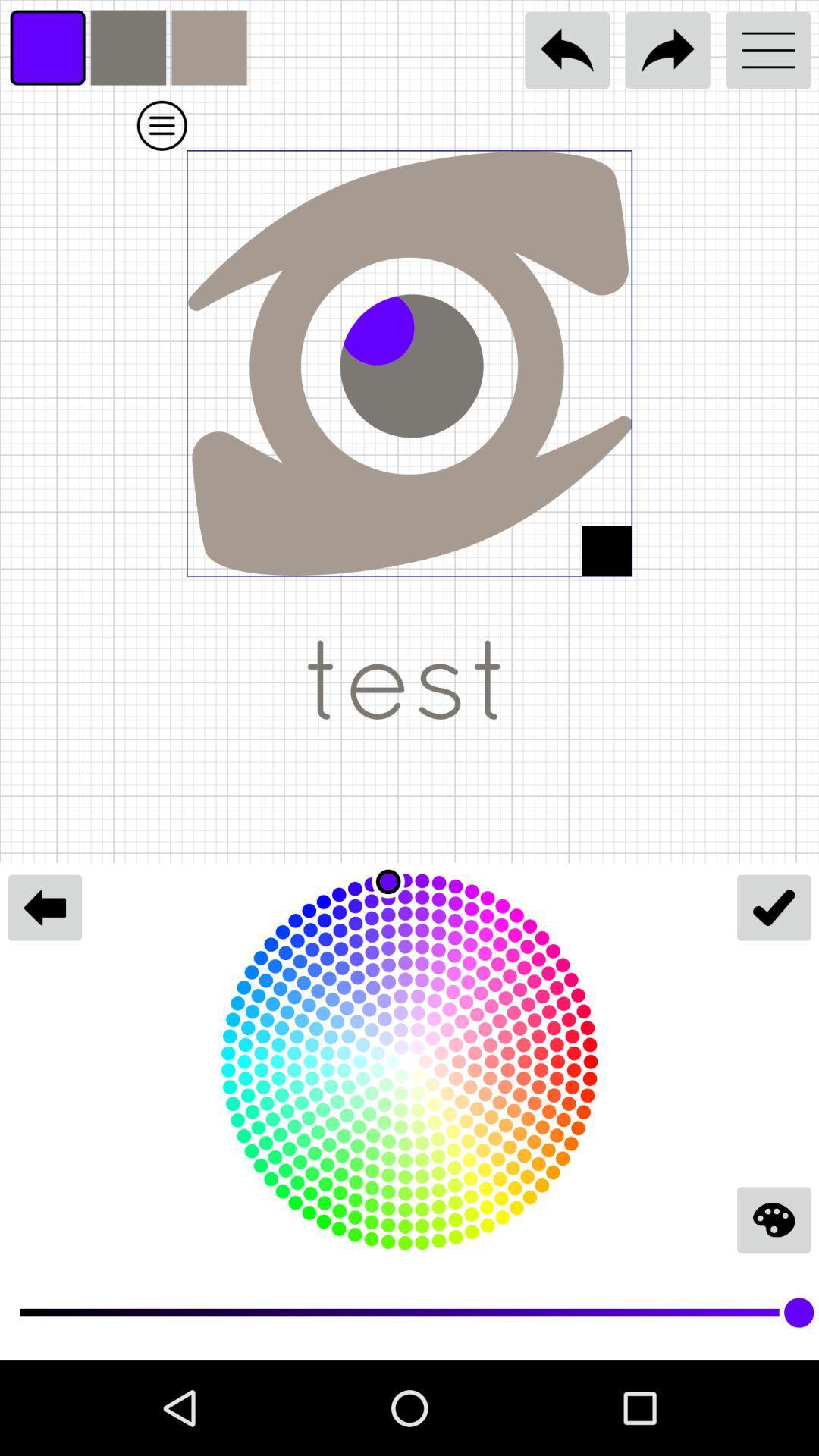 The width and height of the screenshot is (819, 1456). What do you see at coordinates (768, 50) in the screenshot?
I see `the menu icon` at bounding box center [768, 50].